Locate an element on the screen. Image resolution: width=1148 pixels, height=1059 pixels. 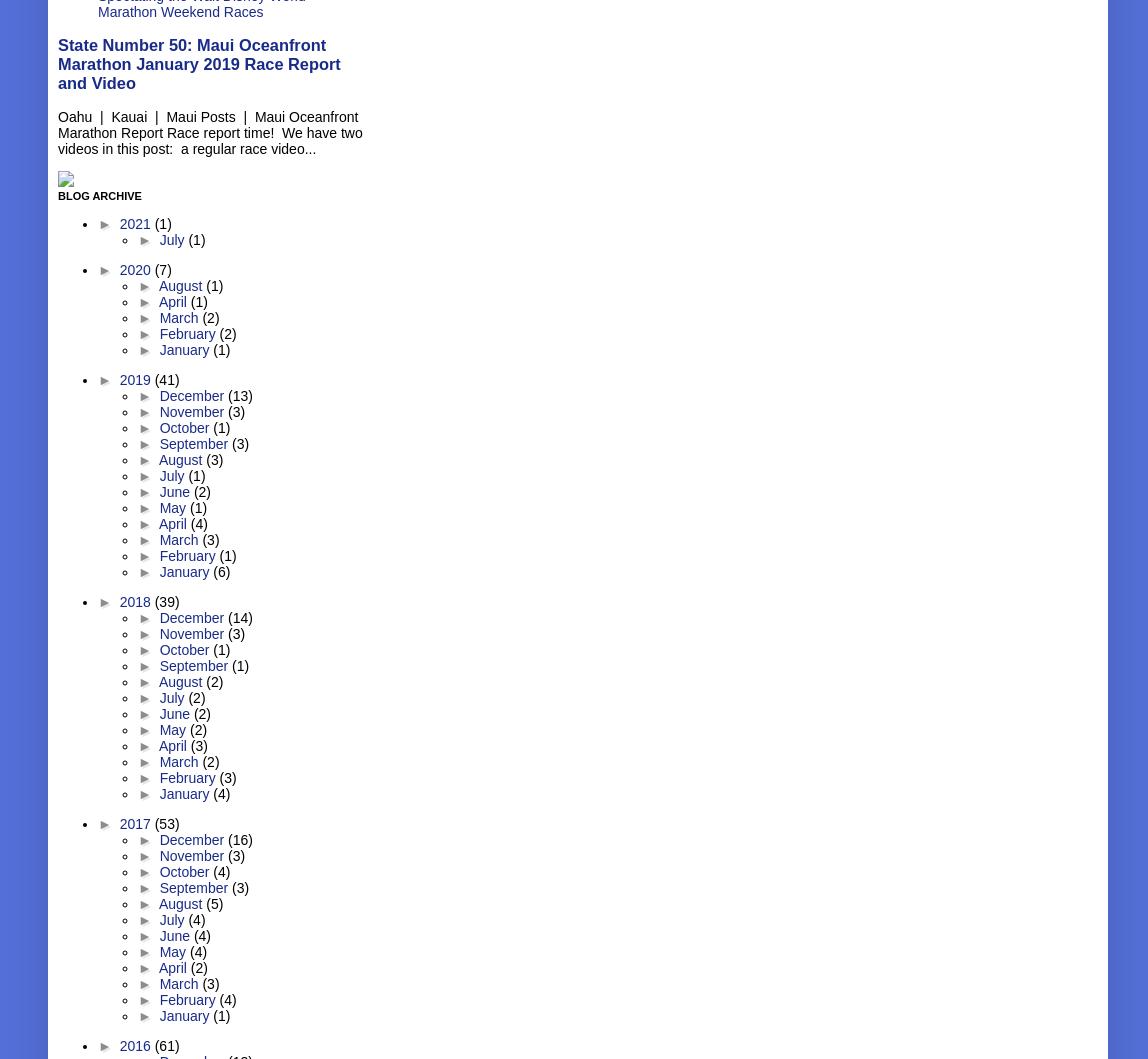
'(14)' is located at coordinates (240, 617).